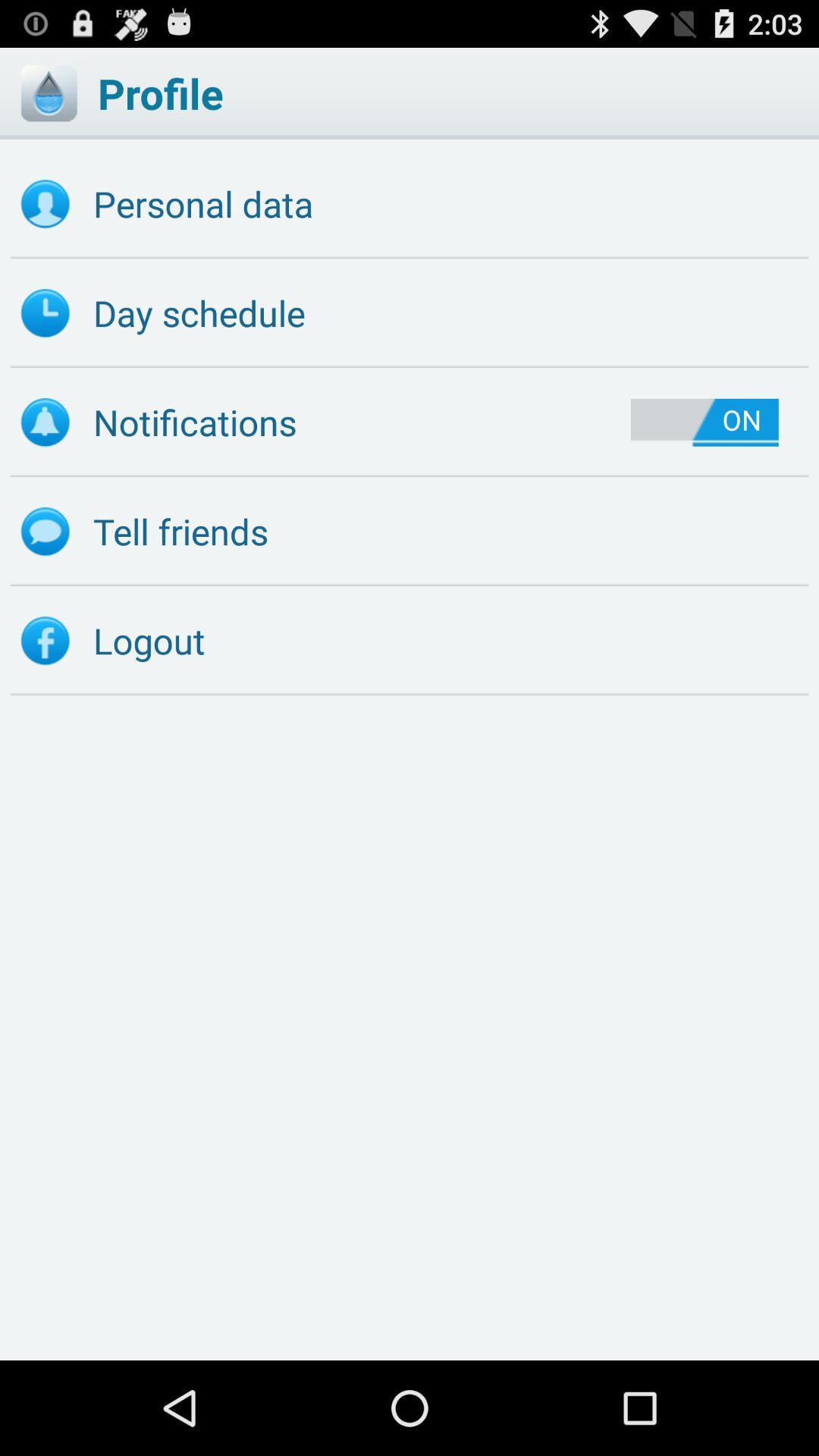 Image resolution: width=819 pixels, height=1456 pixels. What do you see at coordinates (704, 422) in the screenshot?
I see `on item` at bounding box center [704, 422].